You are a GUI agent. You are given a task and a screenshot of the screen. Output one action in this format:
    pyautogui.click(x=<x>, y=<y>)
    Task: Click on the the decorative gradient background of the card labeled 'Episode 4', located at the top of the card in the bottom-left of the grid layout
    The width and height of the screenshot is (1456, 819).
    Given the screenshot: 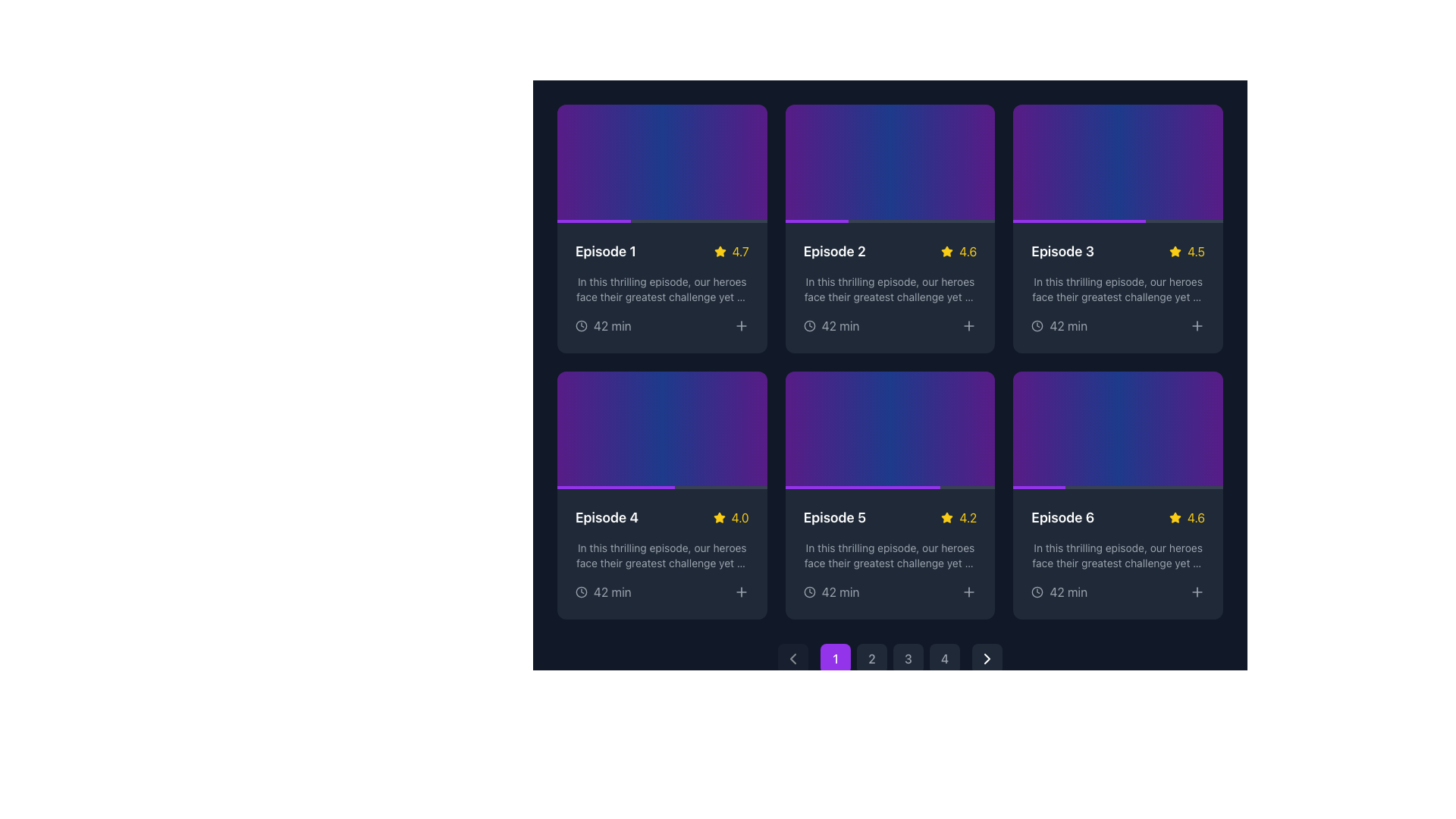 What is the action you would take?
    pyautogui.click(x=662, y=430)
    